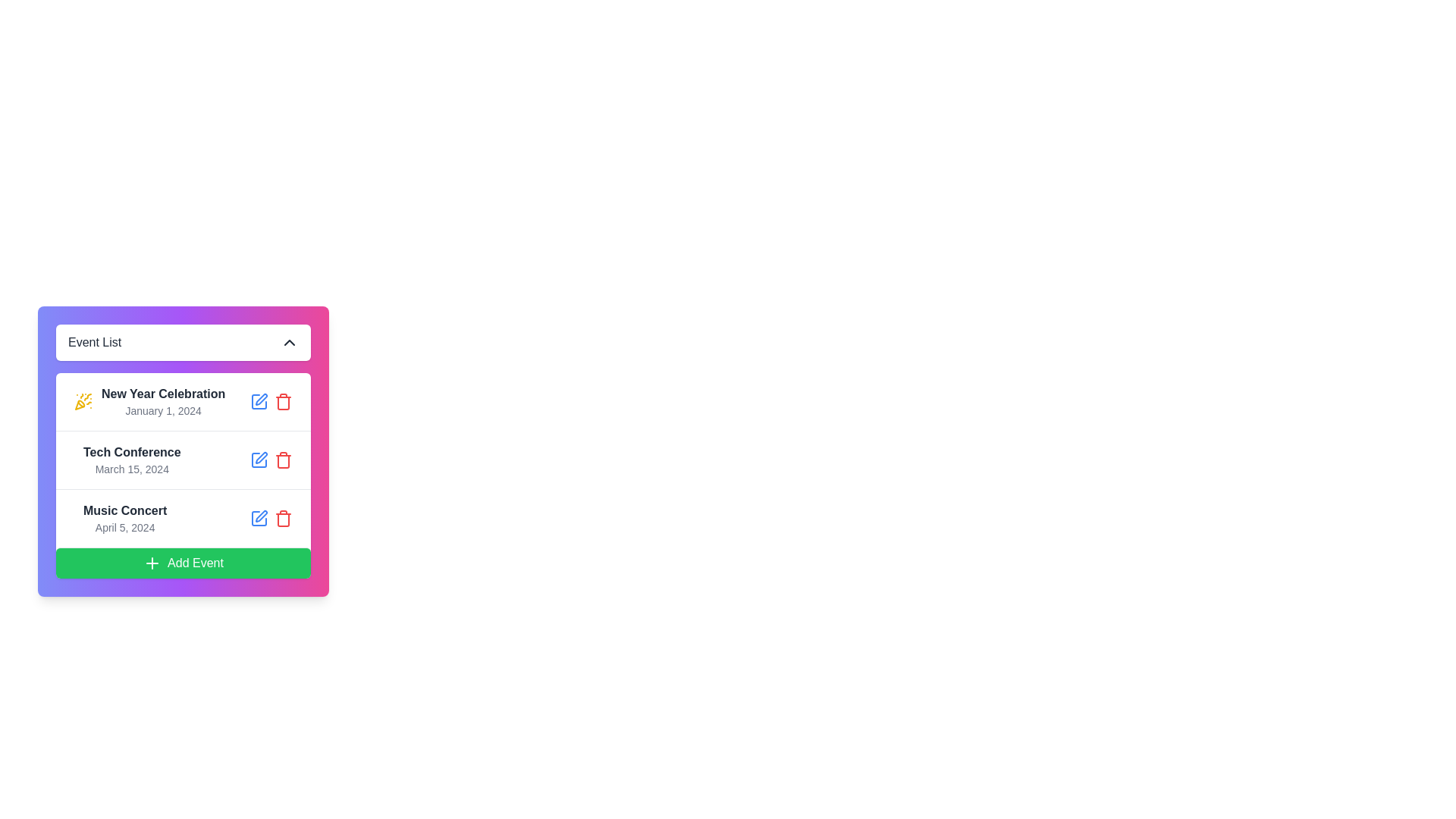 This screenshot has height=819, width=1456. What do you see at coordinates (182, 400) in the screenshot?
I see `the first event entry card in the event list to trigger highlight effects` at bounding box center [182, 400].